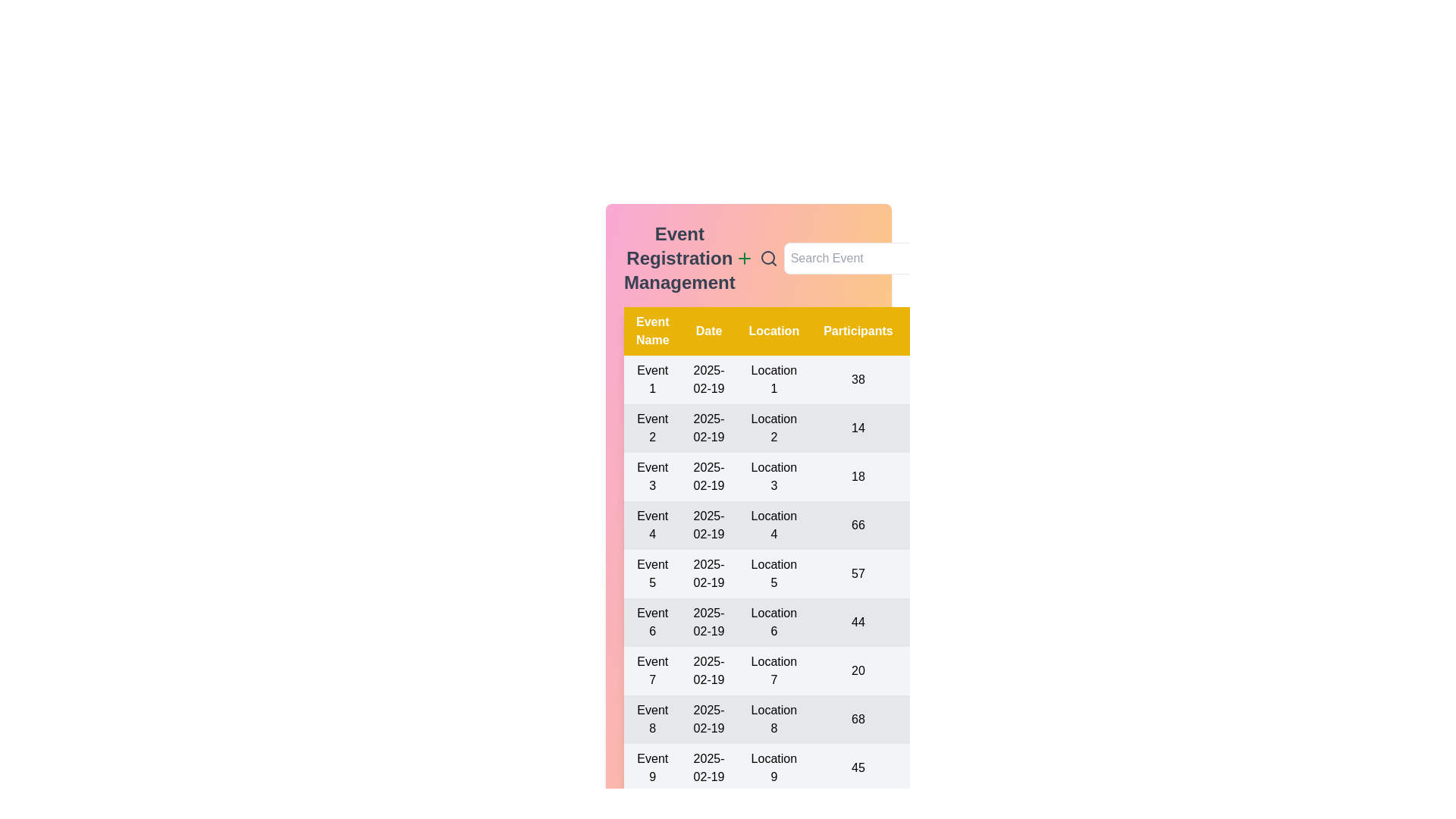 The width and height of the screenshot is (1456, 819). What do you see at coordinates (858, 330) in the screenshot?
I see `the header of the column 'Participants' to sort the table by that column` at bounding box center [858, 330].